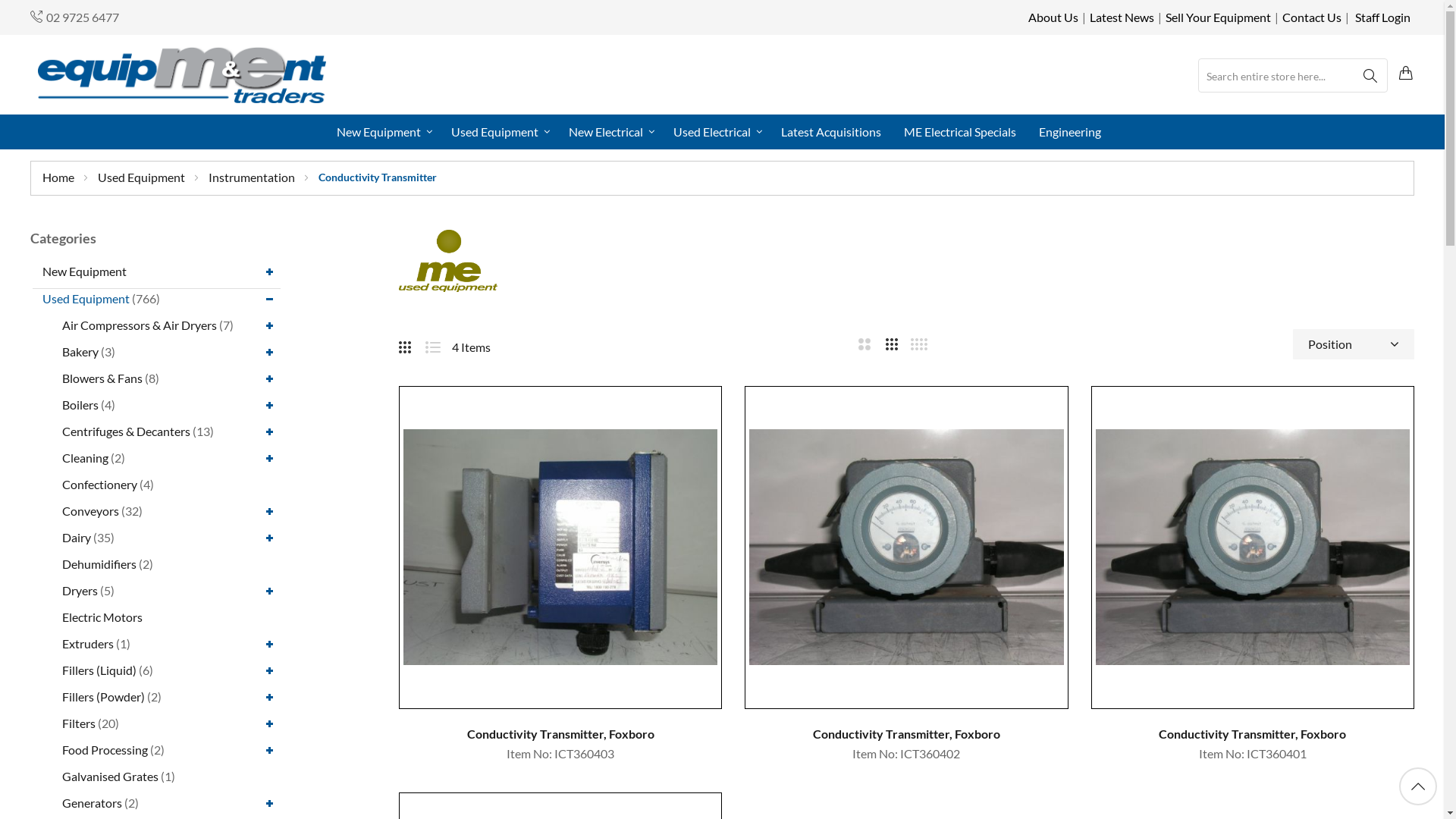 The width and height of the screenshot is (1456, 819). What do you see at coordinates (1164, 17) in the screenshot?
I see `'Sell Your Equipment'` at bounding box center [1164, 17].